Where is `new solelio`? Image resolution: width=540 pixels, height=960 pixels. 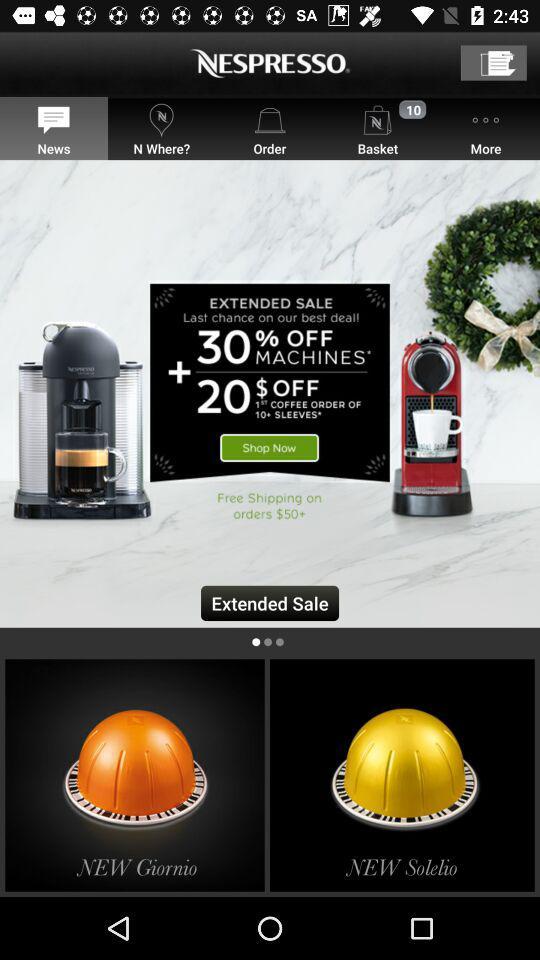 new solelio is located at coordinates (402, 774).